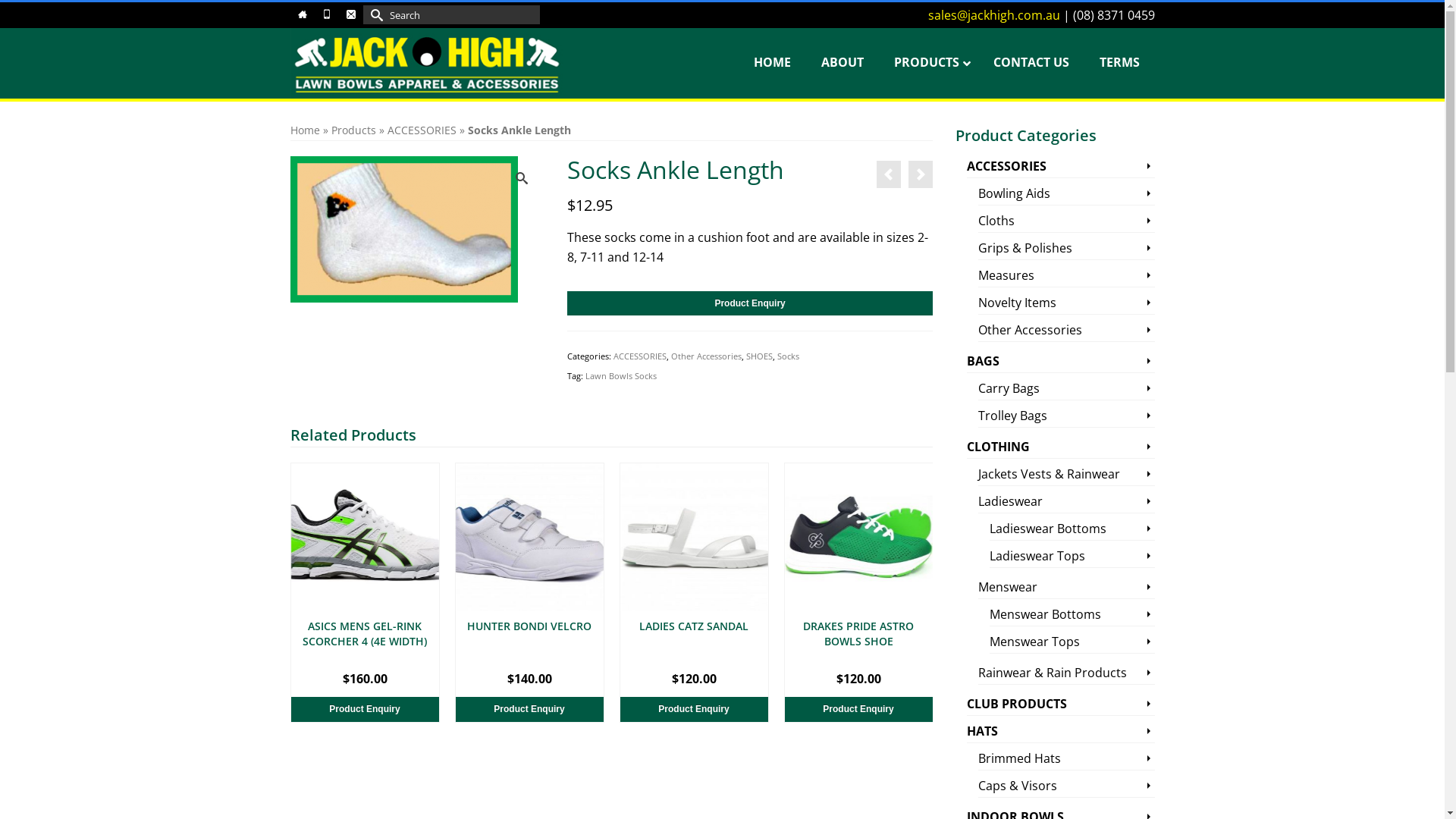 The height and width of the screenshot is (819, 1456). Describe the element at coordinates (352, 129) in the screenshot. I see `'Products'` at that location.